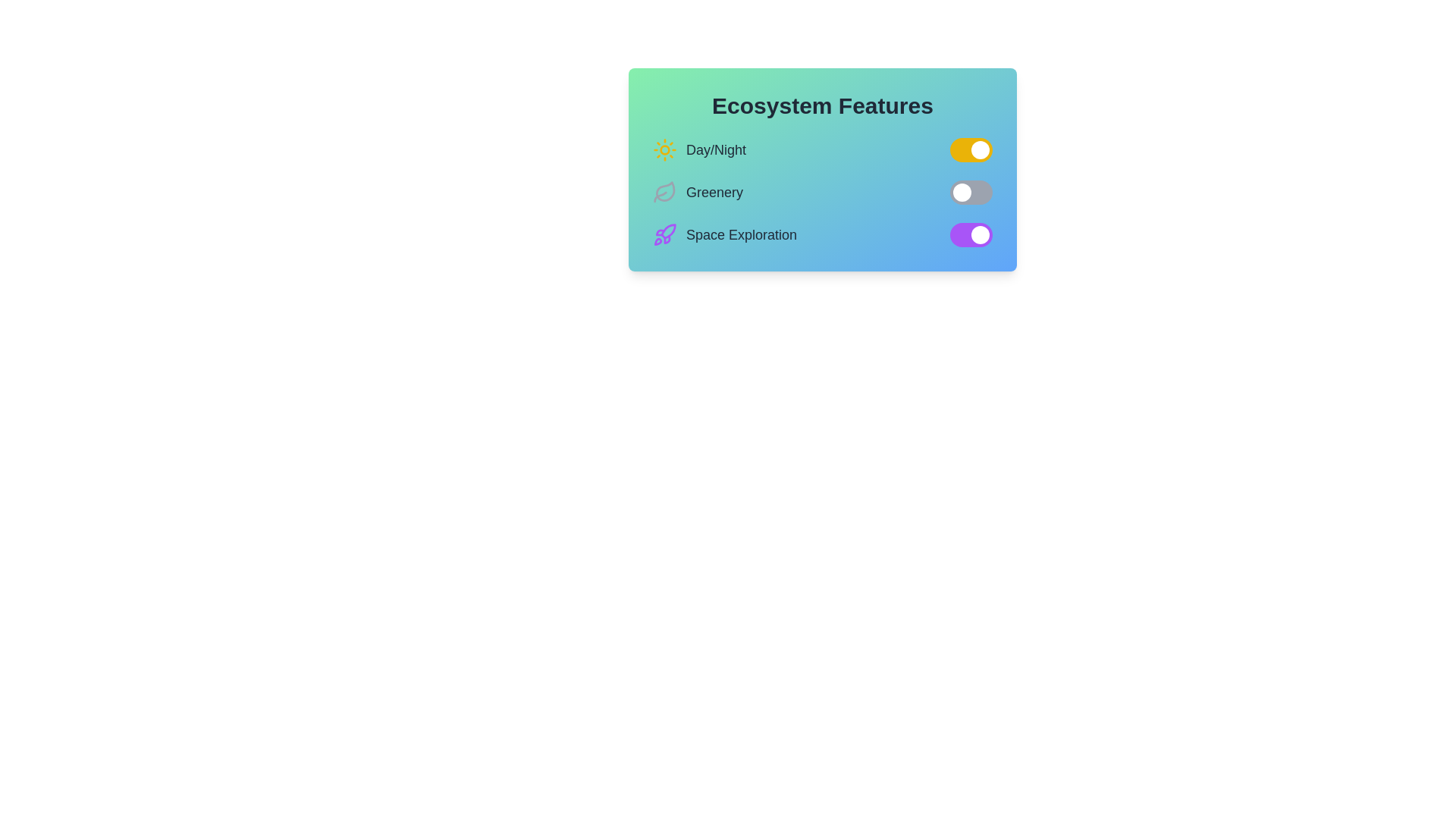  What do you see at coordinates (715, 149) in the screenshot?
I see `the 'Day/Night' text label located in the 'Ecosystem Features' panel, which describes the toggle switch functionality` at bounding box center [715, 149].